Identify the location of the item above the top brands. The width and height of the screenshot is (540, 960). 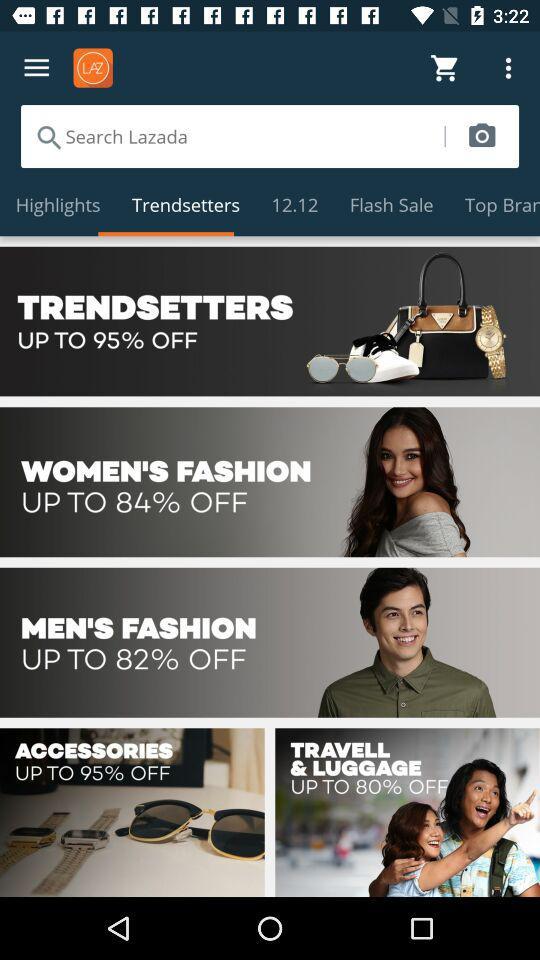
(481, 135).